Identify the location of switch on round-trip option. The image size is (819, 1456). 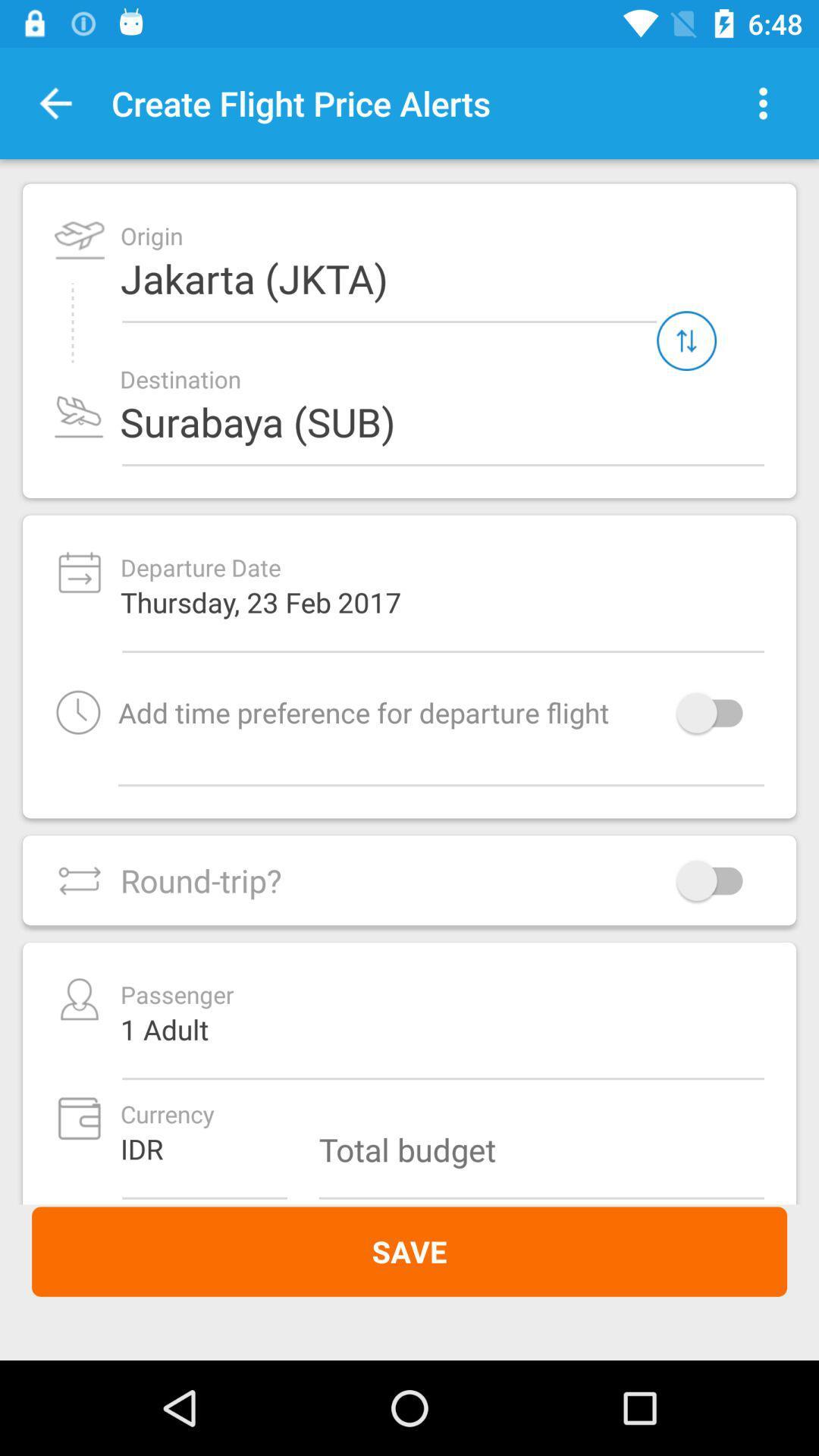
(717, 880).